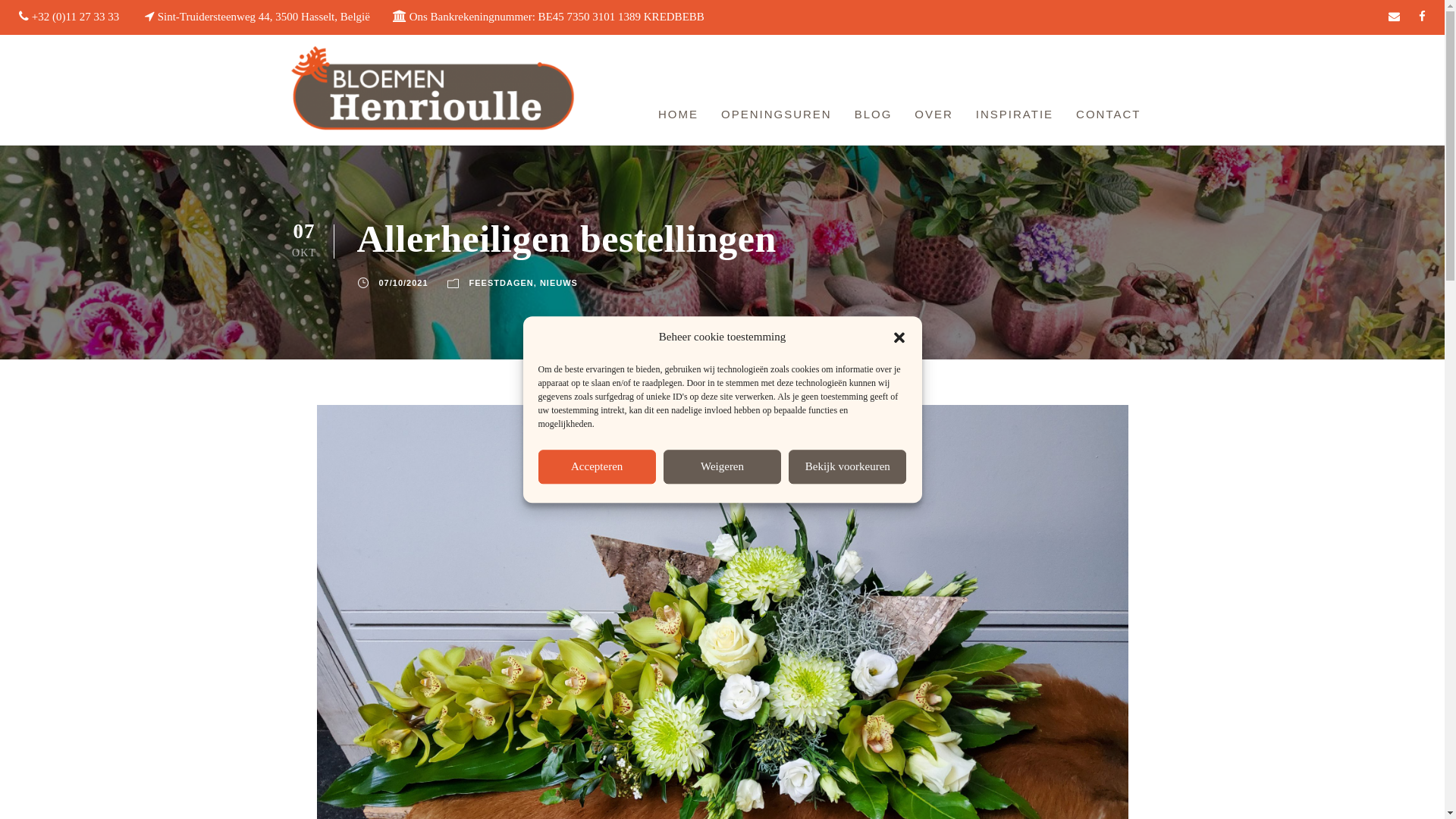 Image resolution: width=1456 pixels, height=819 pixels. What do you see at coordinates (874, 116) in the screenshot?
I see `'BLOG'` at bounding box center [874, 116].